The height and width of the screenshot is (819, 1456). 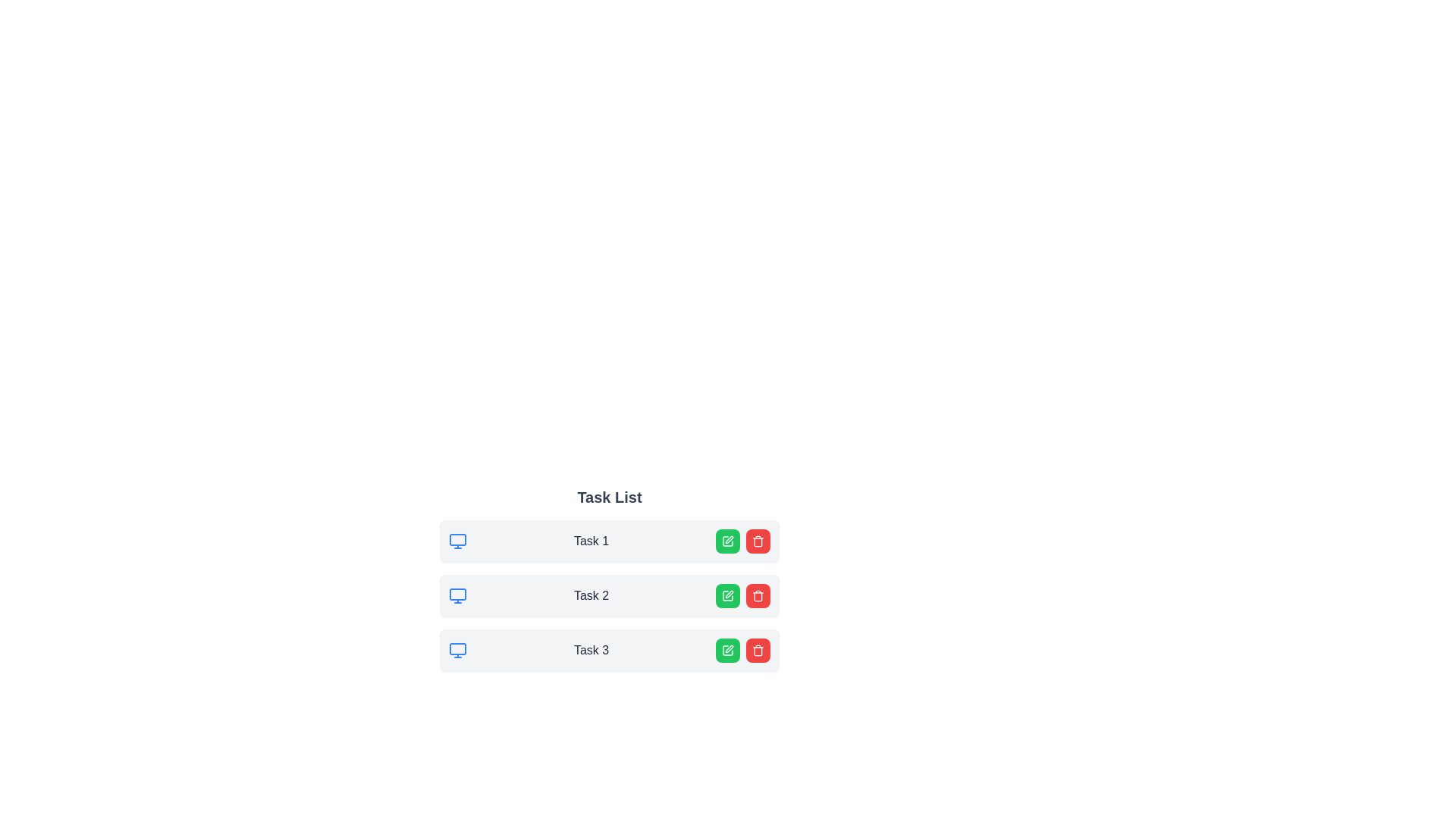 I want to click on leftmost Rectangular SVG shape that serves as part of an icon for the first task in the task list interface, so click(x=457, y=539).